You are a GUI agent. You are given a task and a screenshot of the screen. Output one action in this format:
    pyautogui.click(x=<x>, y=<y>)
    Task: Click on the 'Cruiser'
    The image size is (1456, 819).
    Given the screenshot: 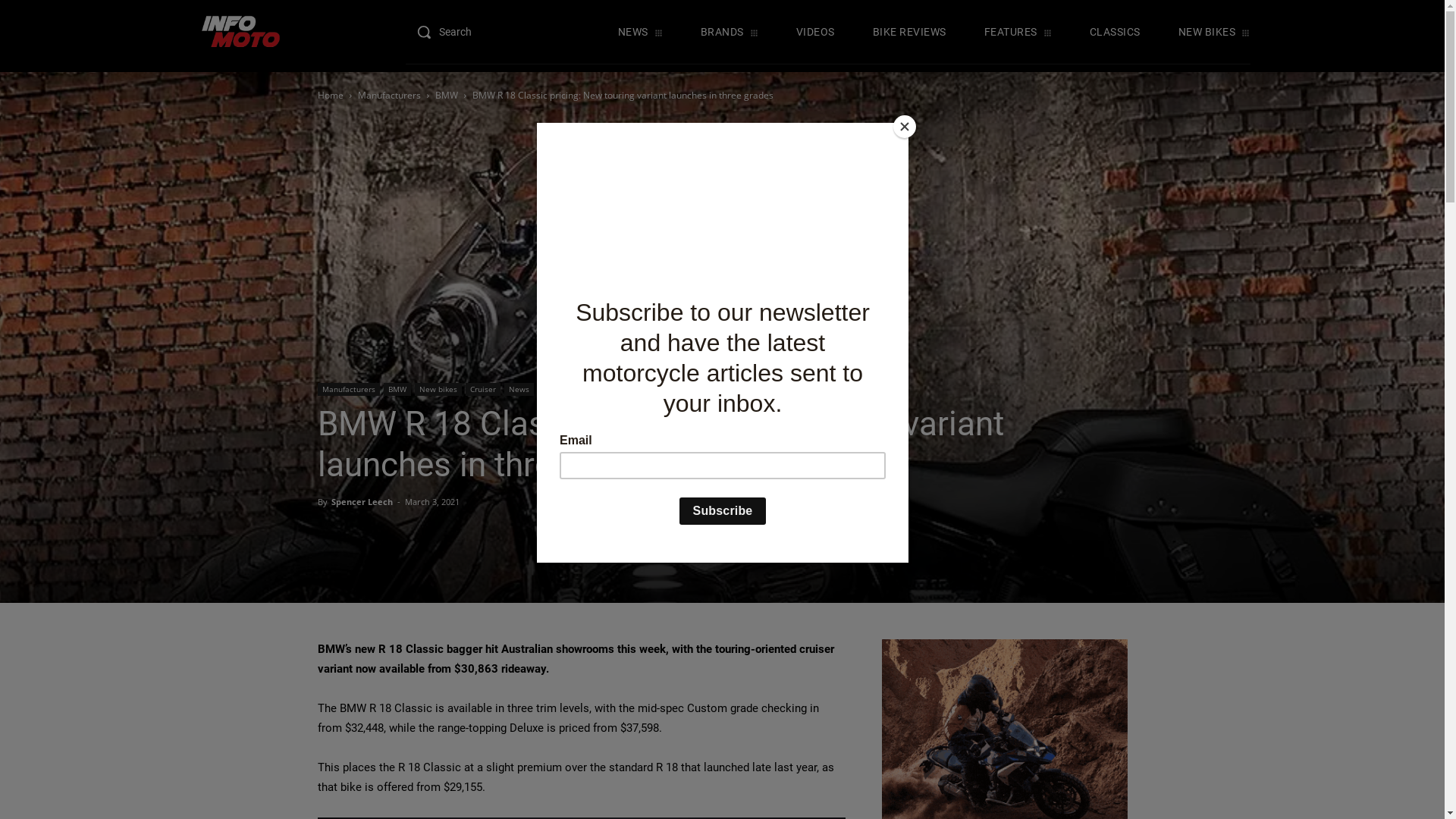 What is the action you would take?
    pyautogui.click(x=482, y=388)
    